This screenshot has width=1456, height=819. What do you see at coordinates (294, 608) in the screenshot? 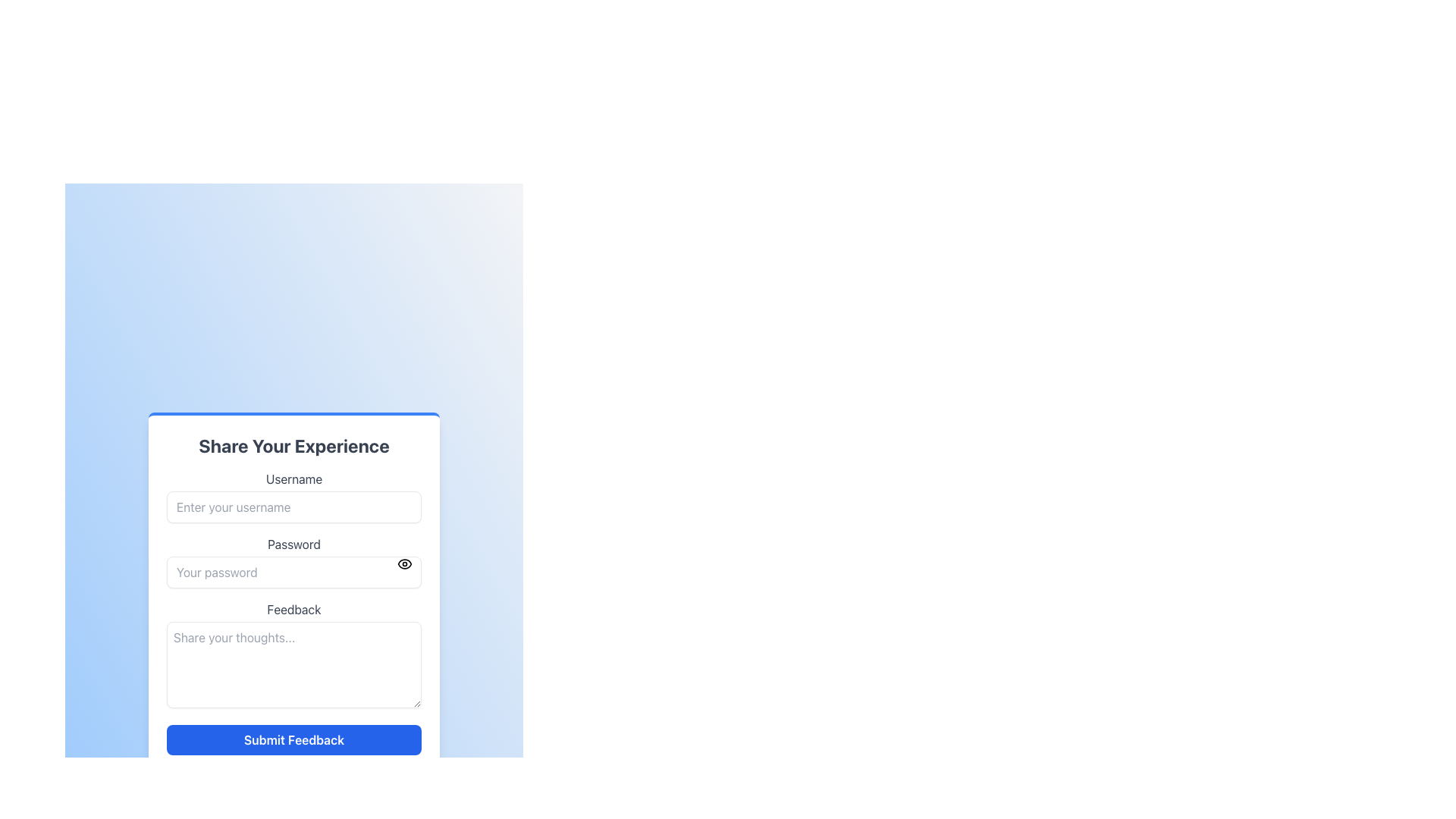
I see `the static text label that displays 'Feedback', which is styled in gray and positioned above the multi-line text input box` at bounding box center [294, 608].